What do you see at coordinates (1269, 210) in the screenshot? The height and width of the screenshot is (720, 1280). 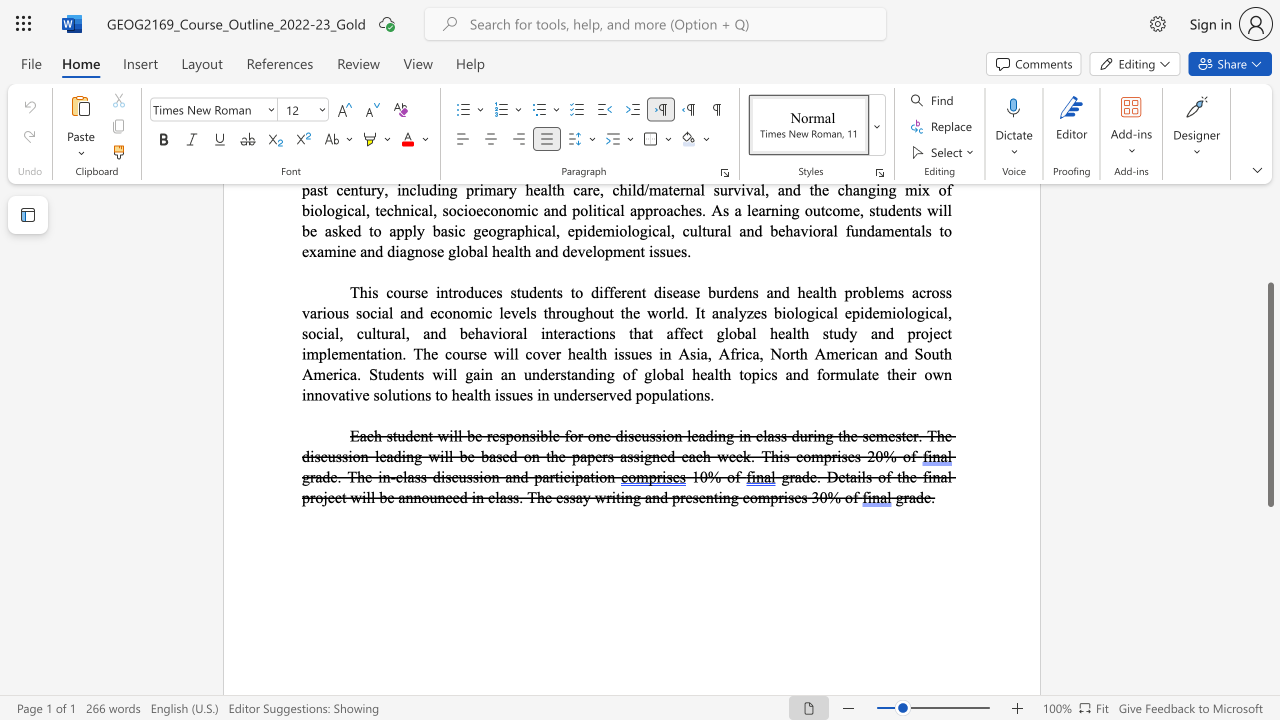 I see `the scrollbar to move the page up` at bounding box center [1269, 210].